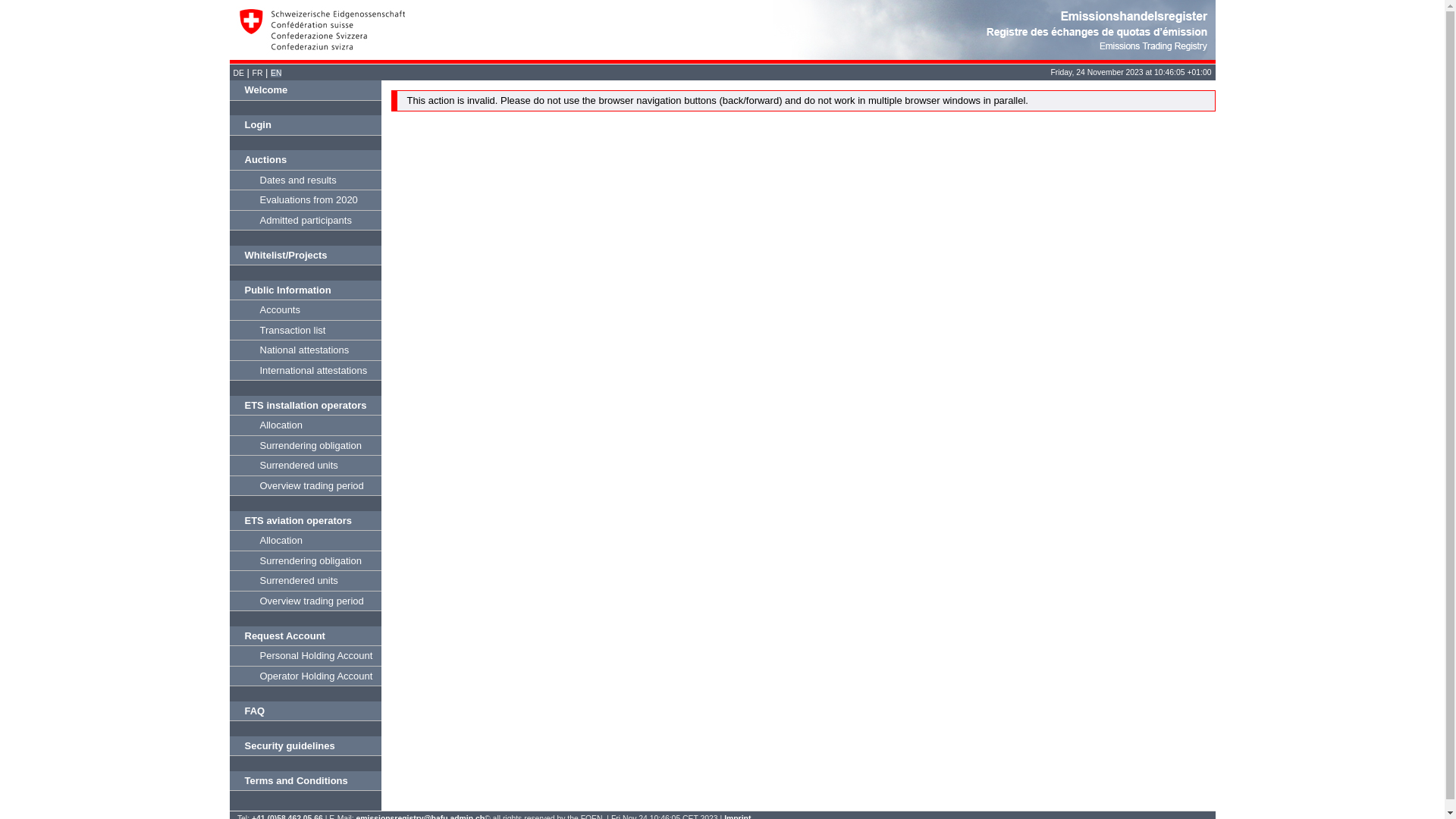 The width and height of the screenshot is (1456, 819). I want to click on 'Accounts', so click(304, 309).